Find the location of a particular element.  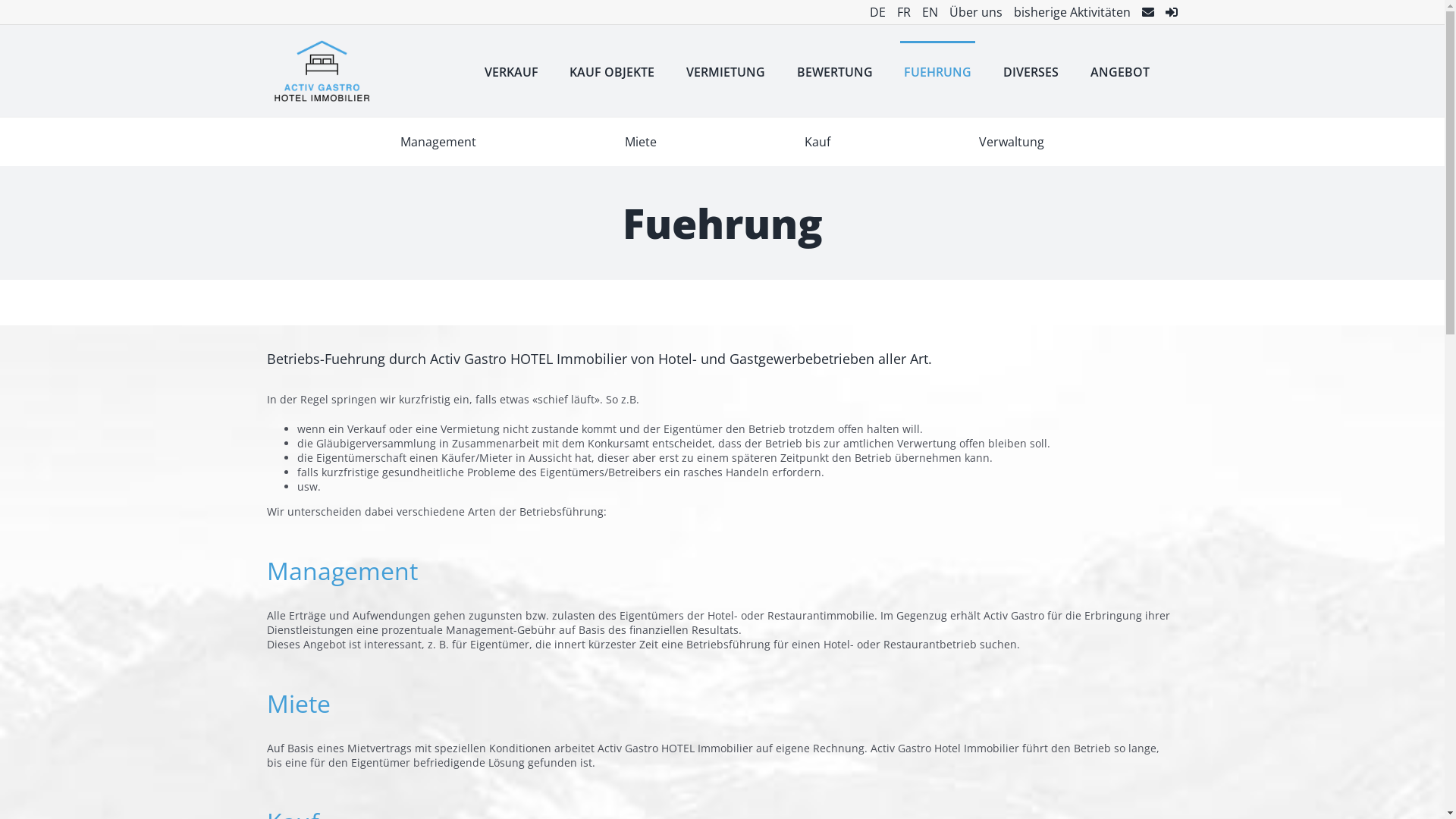

'EN' is located at coordinates (924, 11).